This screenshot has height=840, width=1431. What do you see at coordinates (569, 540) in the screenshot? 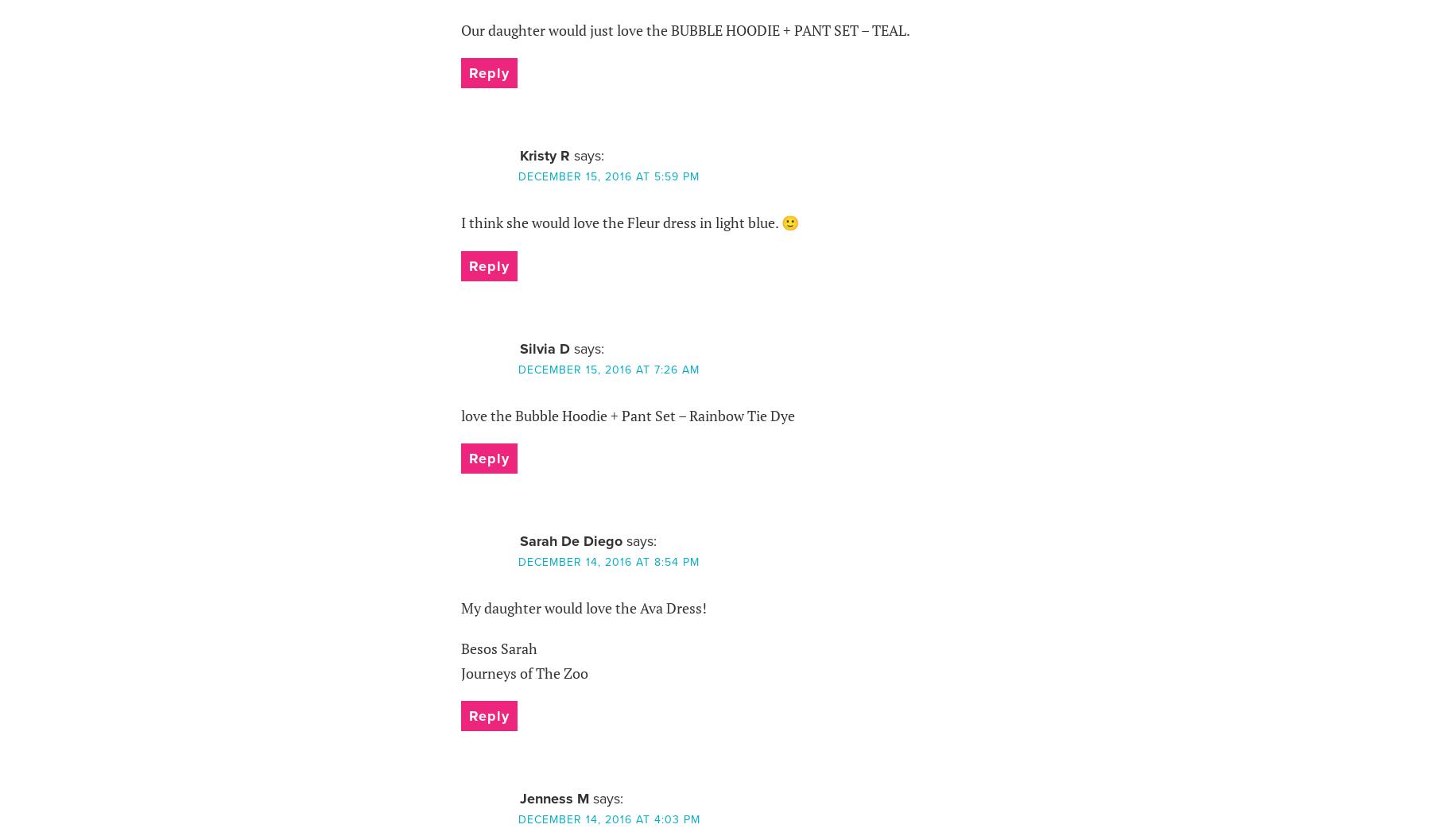
I see `'Sarah De Diego'` at bounding box center [569, 540].